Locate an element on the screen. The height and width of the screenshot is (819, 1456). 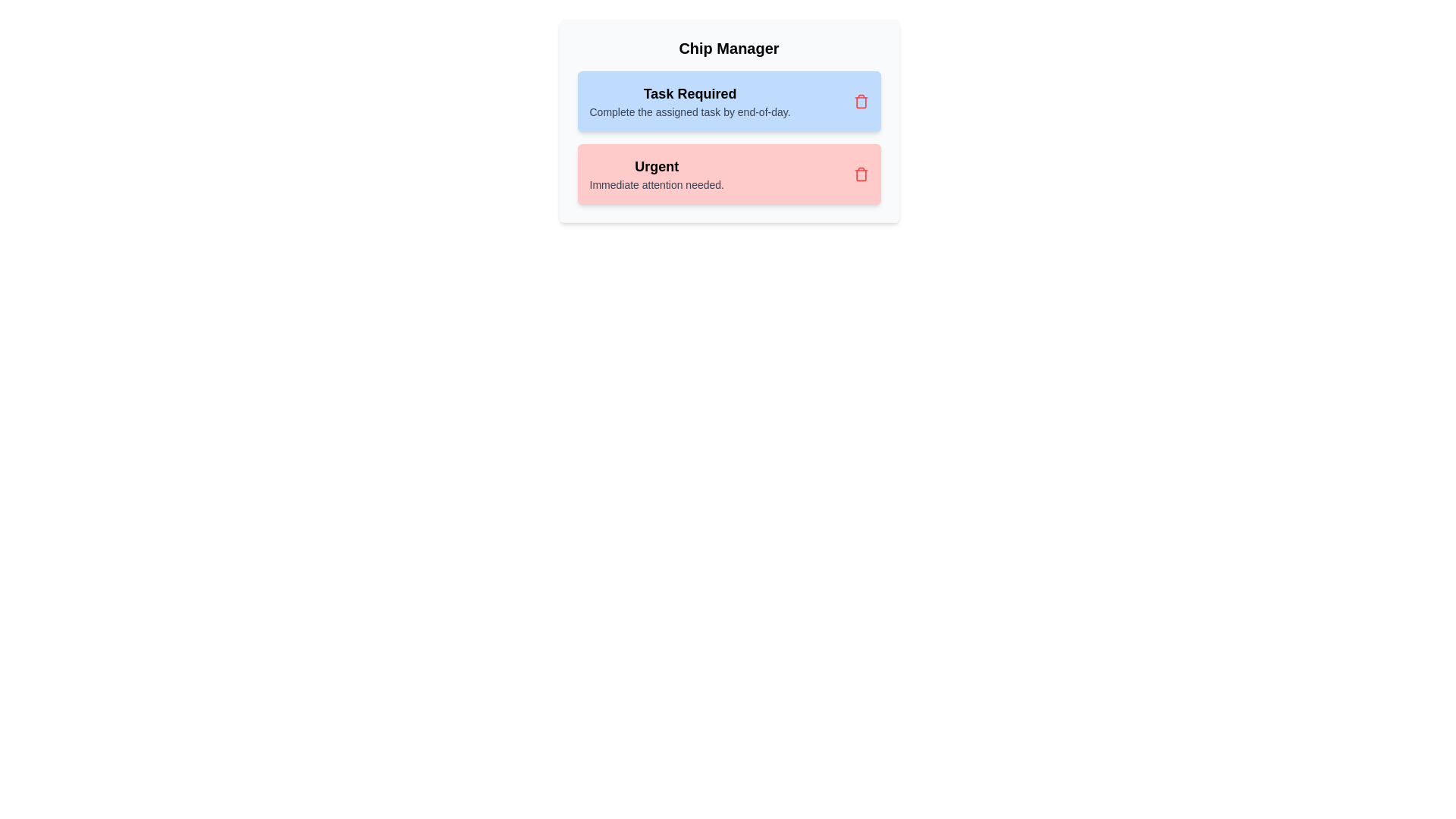
the delete button of the chip labeled 'Urgent' is located at coordinates (861, 174).